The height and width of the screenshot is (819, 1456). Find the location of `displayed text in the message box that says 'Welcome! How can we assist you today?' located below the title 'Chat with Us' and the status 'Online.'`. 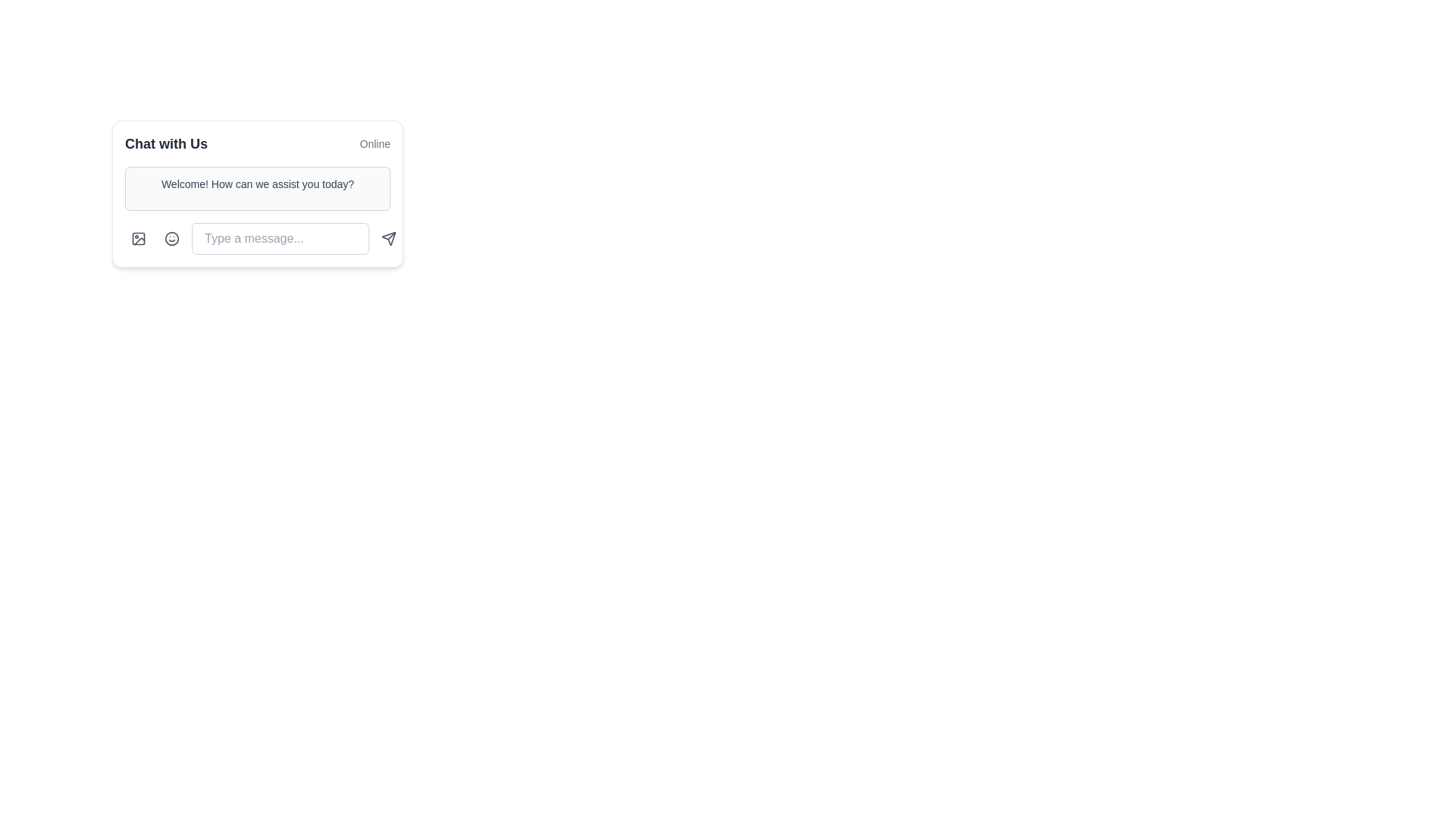

displayed text in the message box that says 'Welcome! How can we assist you today?' located below the title 'Chat with Us' and the status 'Online.' is located at coordinates (258, 188).